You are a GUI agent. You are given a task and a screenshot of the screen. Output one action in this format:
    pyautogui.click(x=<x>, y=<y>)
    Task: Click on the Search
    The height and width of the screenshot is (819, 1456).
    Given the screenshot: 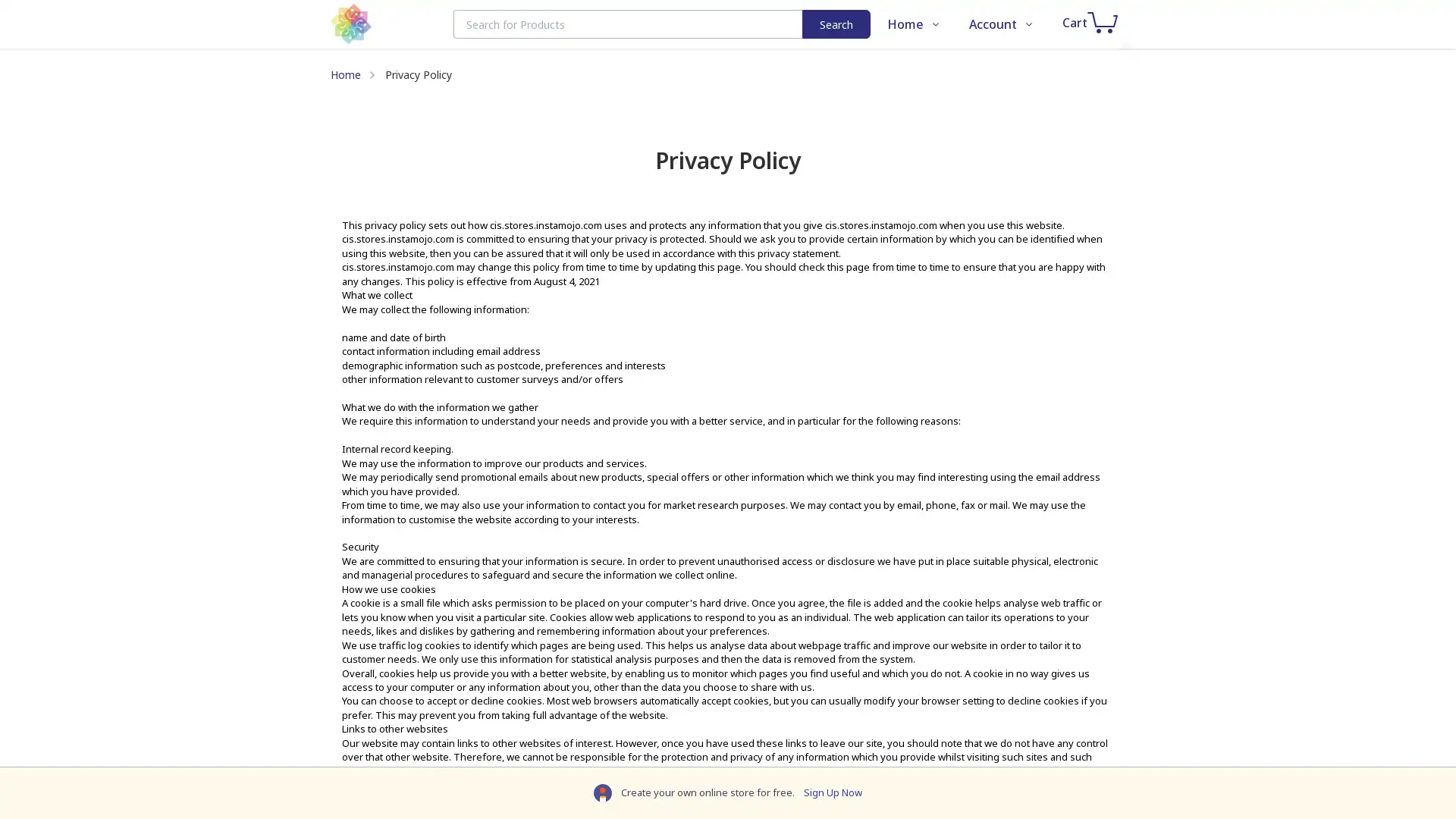 What is the action you would take?
    pyautogui.click(x=836, y=24)
    